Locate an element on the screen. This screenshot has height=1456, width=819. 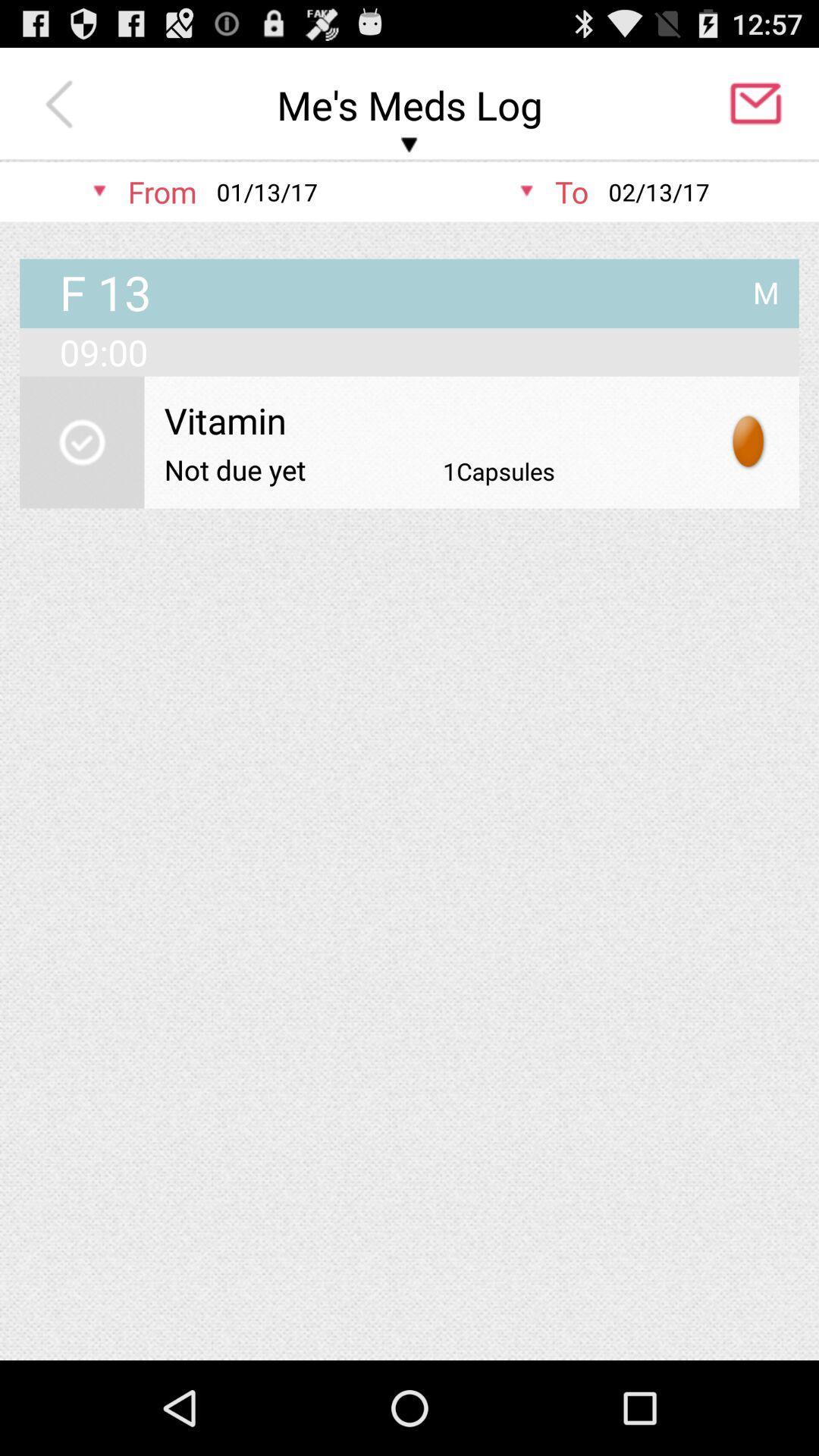
the item to the right of the not due yet item is located at coordinates (499, 470).